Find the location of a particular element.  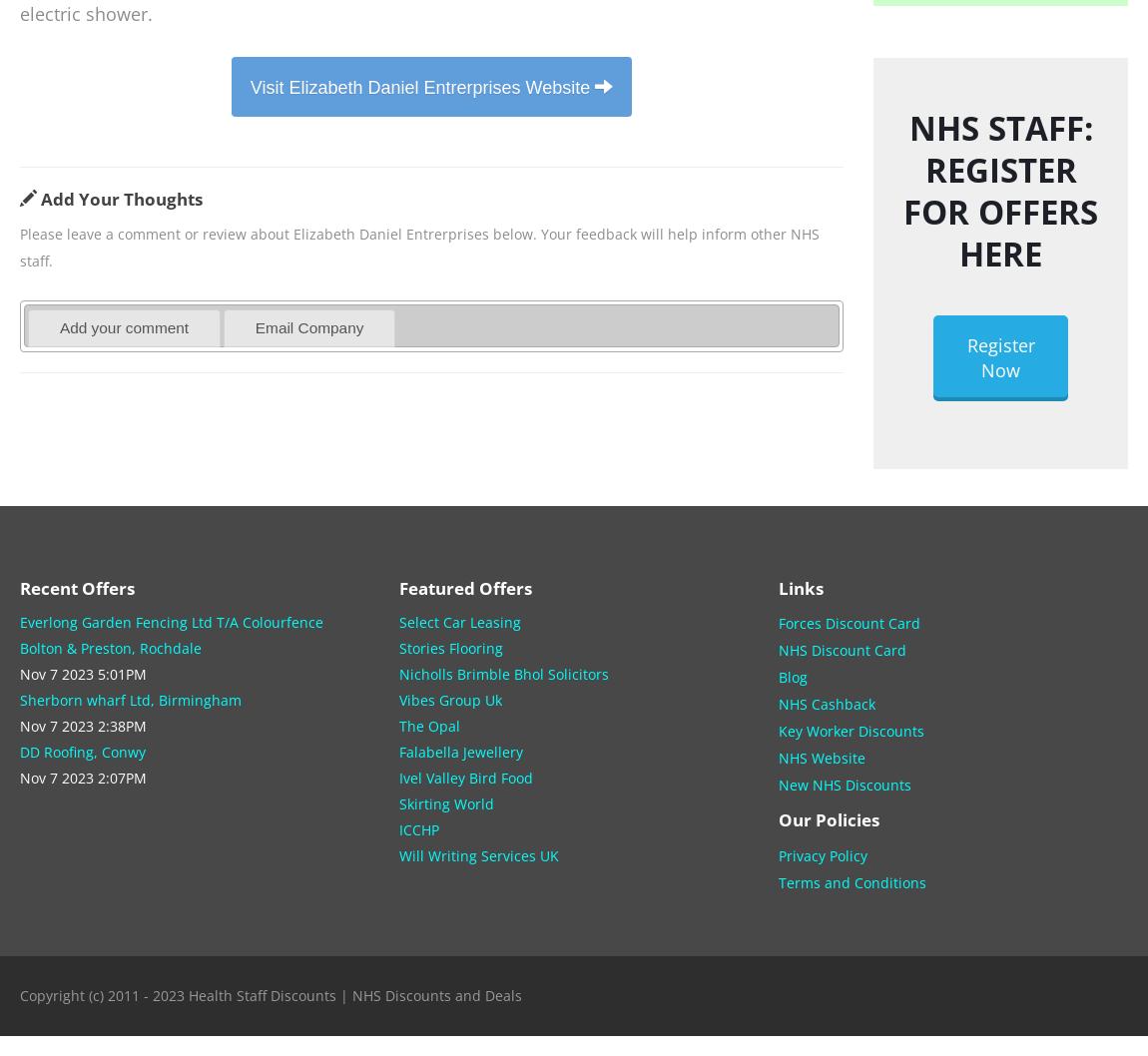

'Please leave a comment or review about Elizabeth Daniel Entrerprises below. Your feedback will help inform other NHS staff.' is located at coordinates (19, 247).